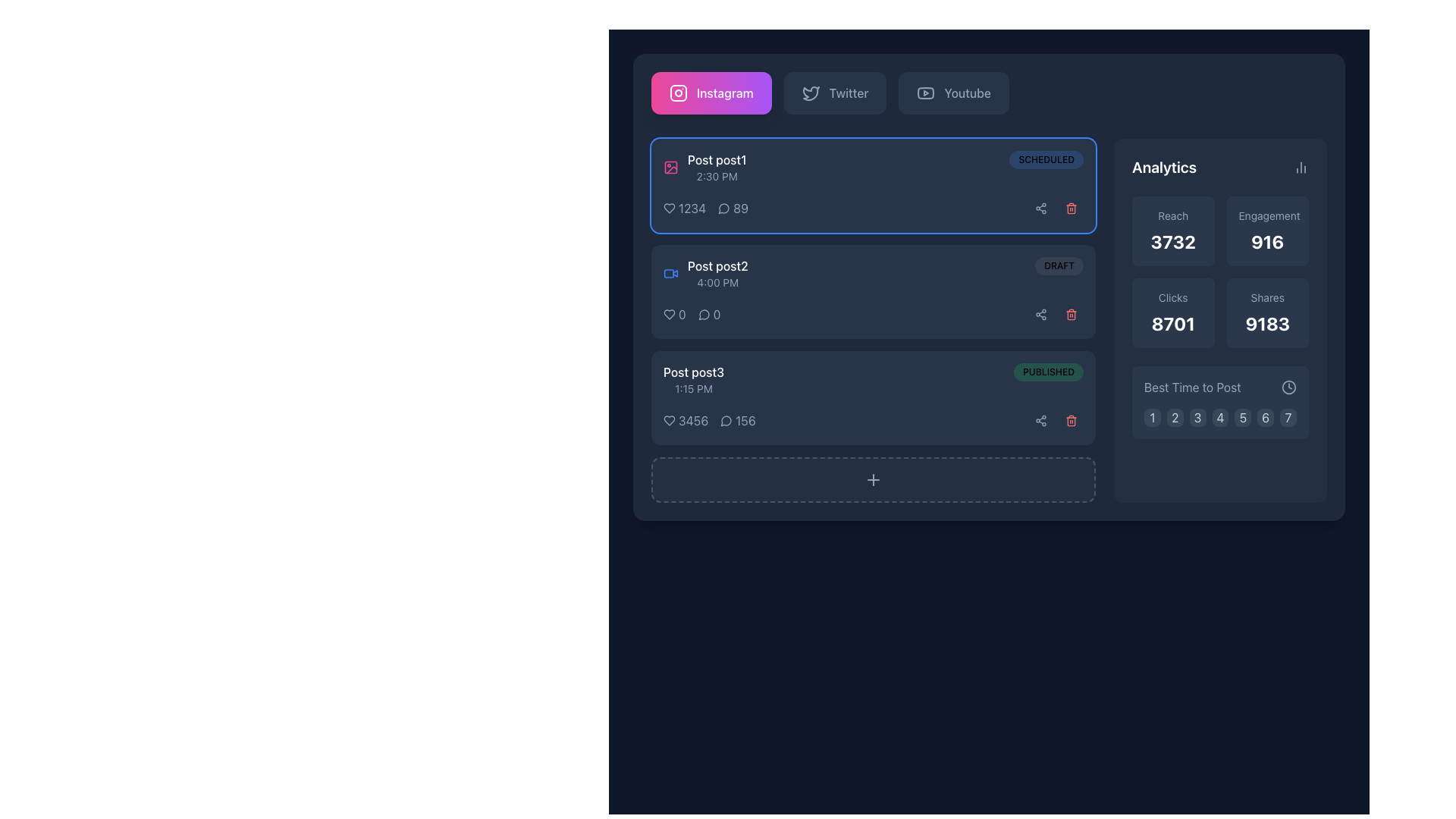  Describe the element at coordinates (1070, 314) in the screenshot. I see `the delete button icon, which is represented by a trash can design and is located at the far right of the 'Post post2' entry` at that location.